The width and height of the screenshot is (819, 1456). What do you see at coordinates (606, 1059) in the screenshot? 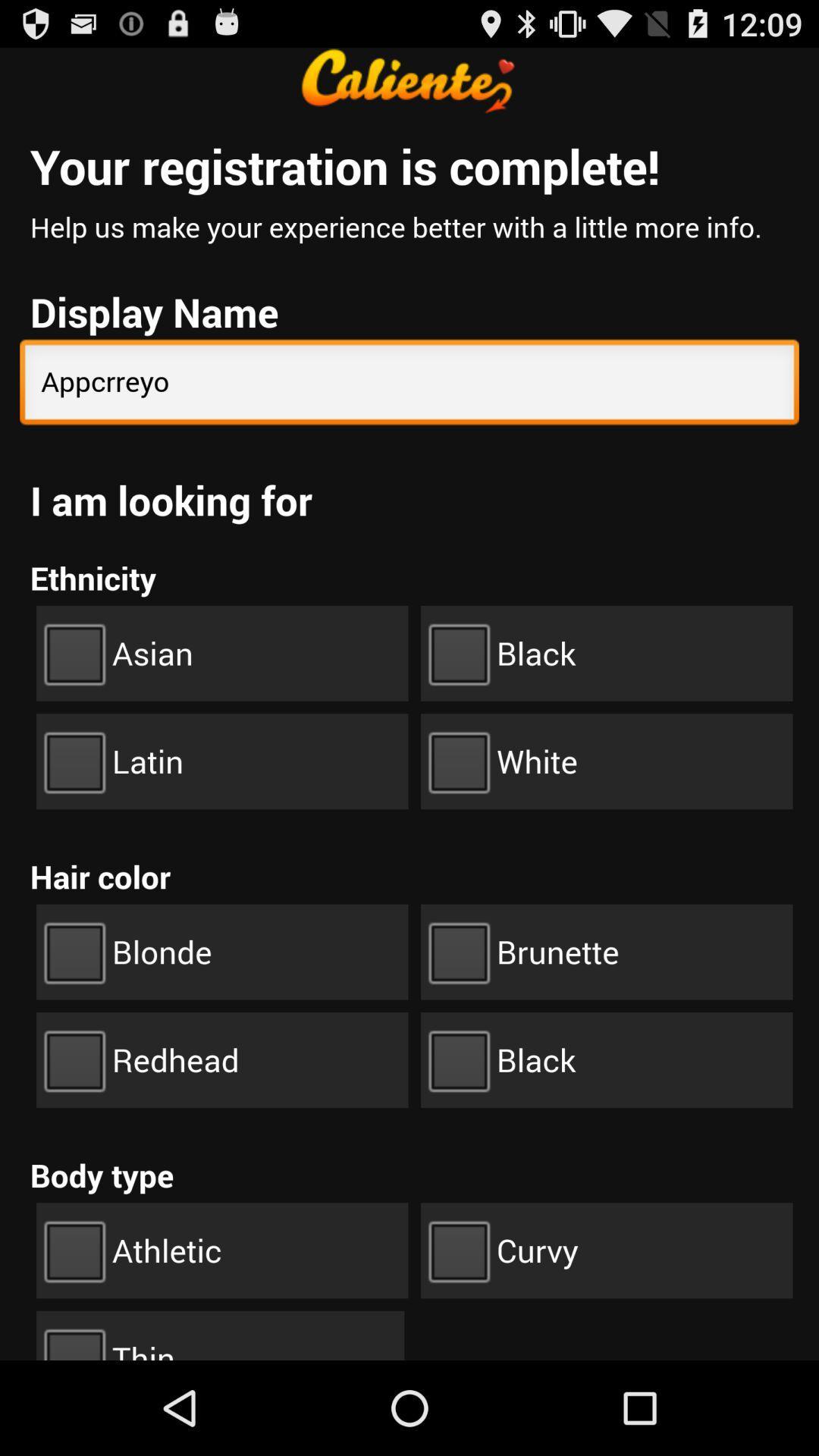
I see `the button black below brunette` at bounding box center [606, 1059].